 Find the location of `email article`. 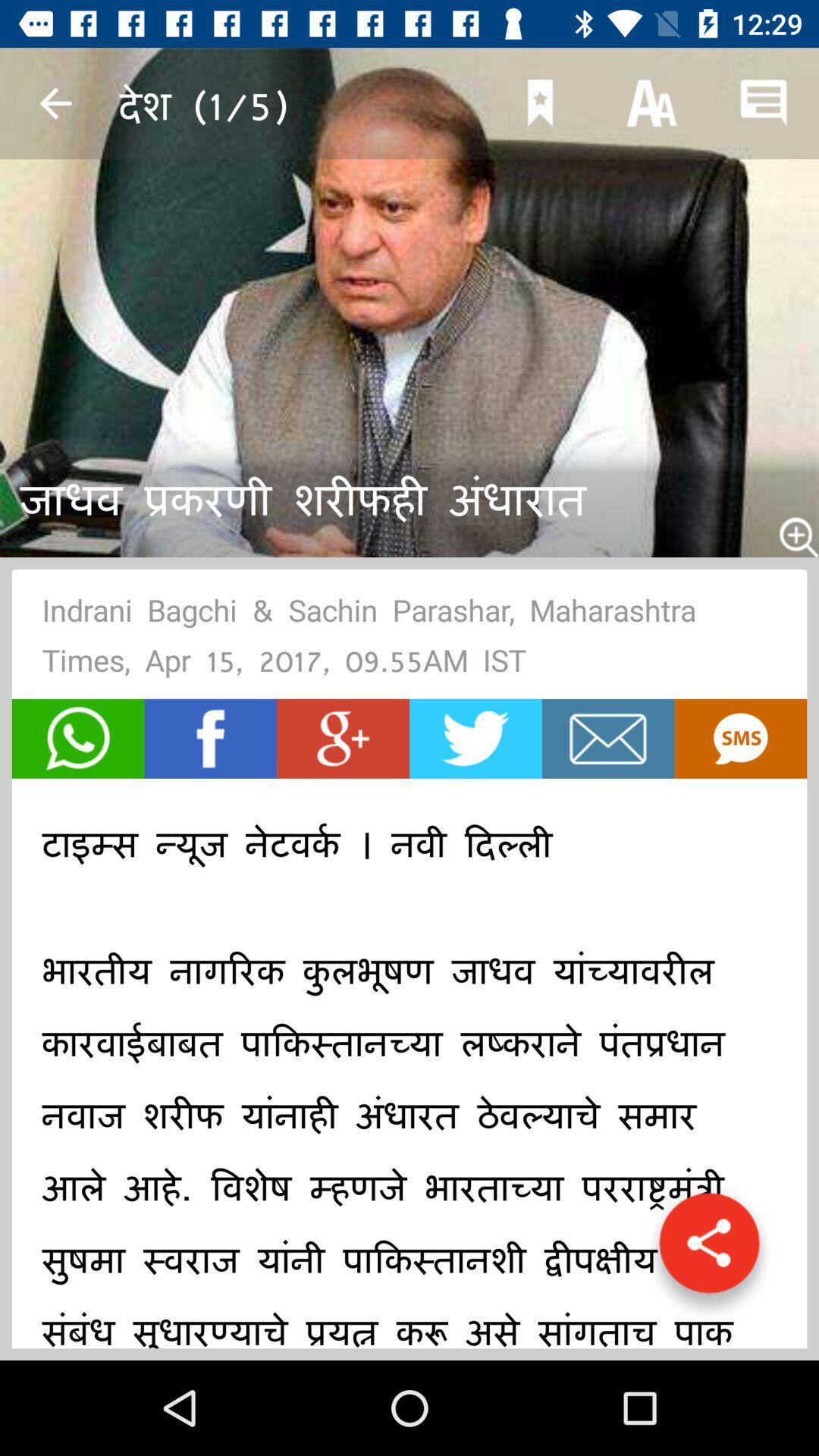

email article is located at coordinates (607, 739).